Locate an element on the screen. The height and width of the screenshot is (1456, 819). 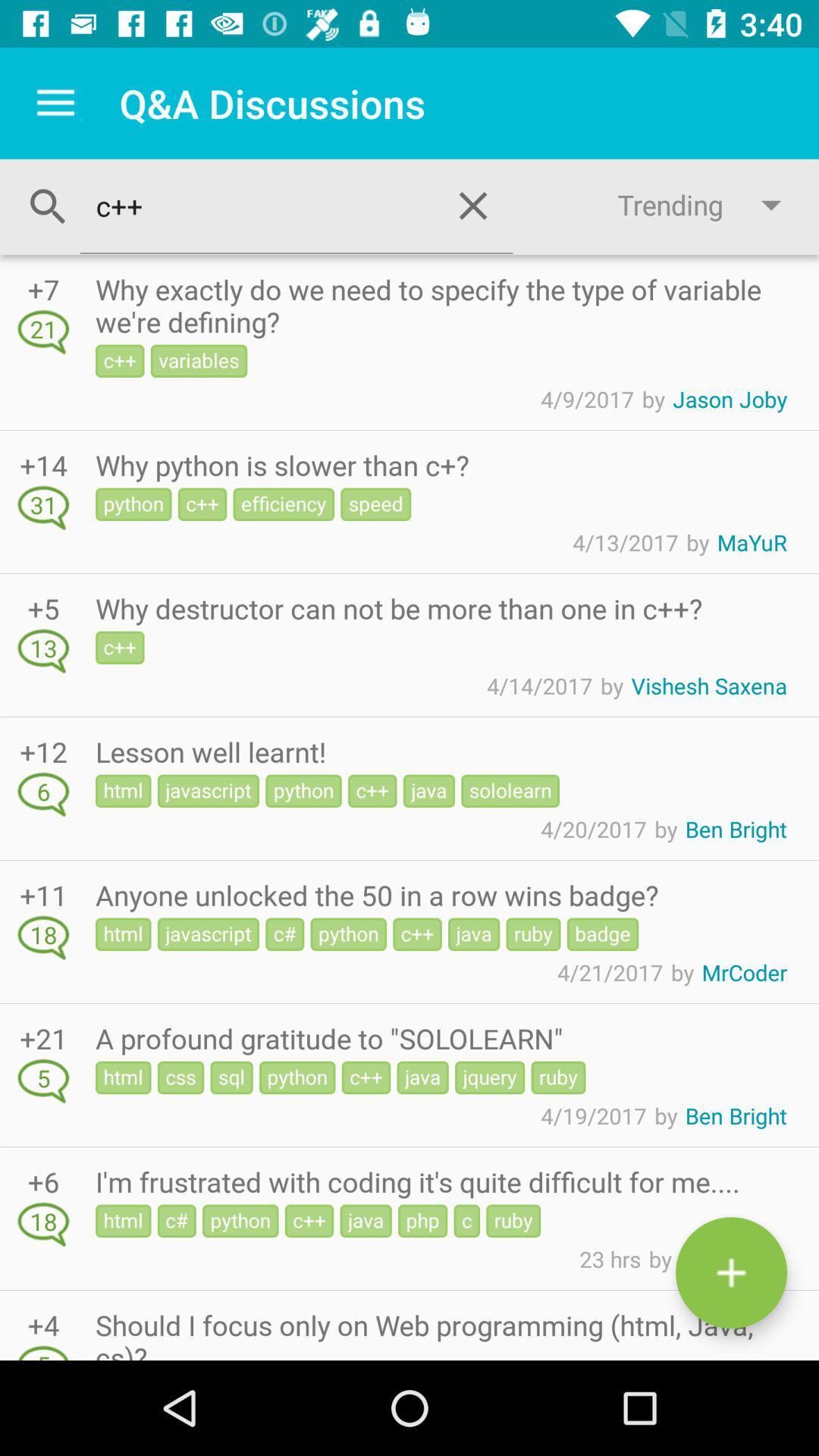
the close icon is located at coordinates (472, 205).